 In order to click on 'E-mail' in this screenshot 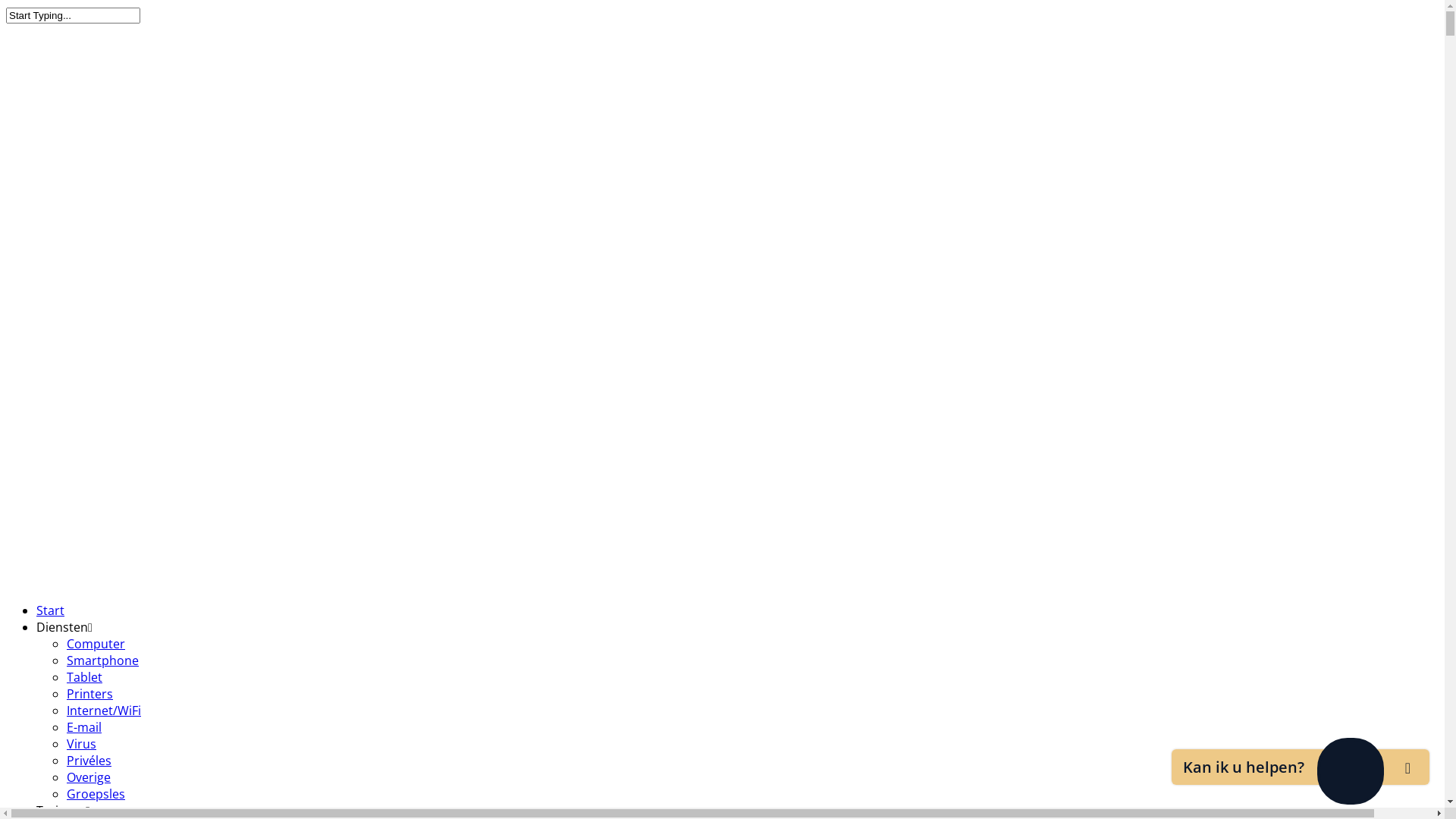, I will do `click(83, 726)`.